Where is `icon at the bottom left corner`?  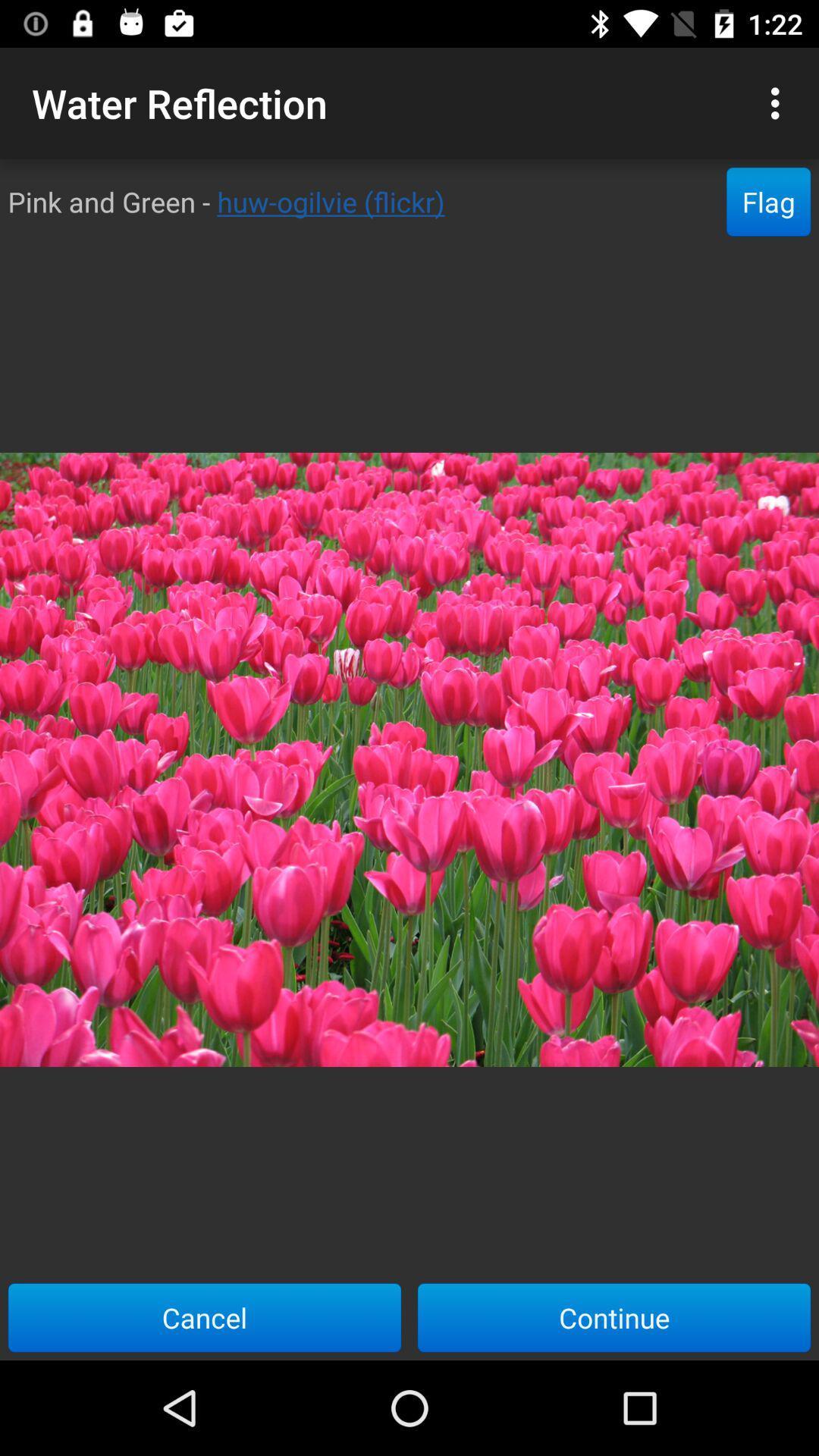
icon at the bottom left corner is located at coordinates (205, 1316).